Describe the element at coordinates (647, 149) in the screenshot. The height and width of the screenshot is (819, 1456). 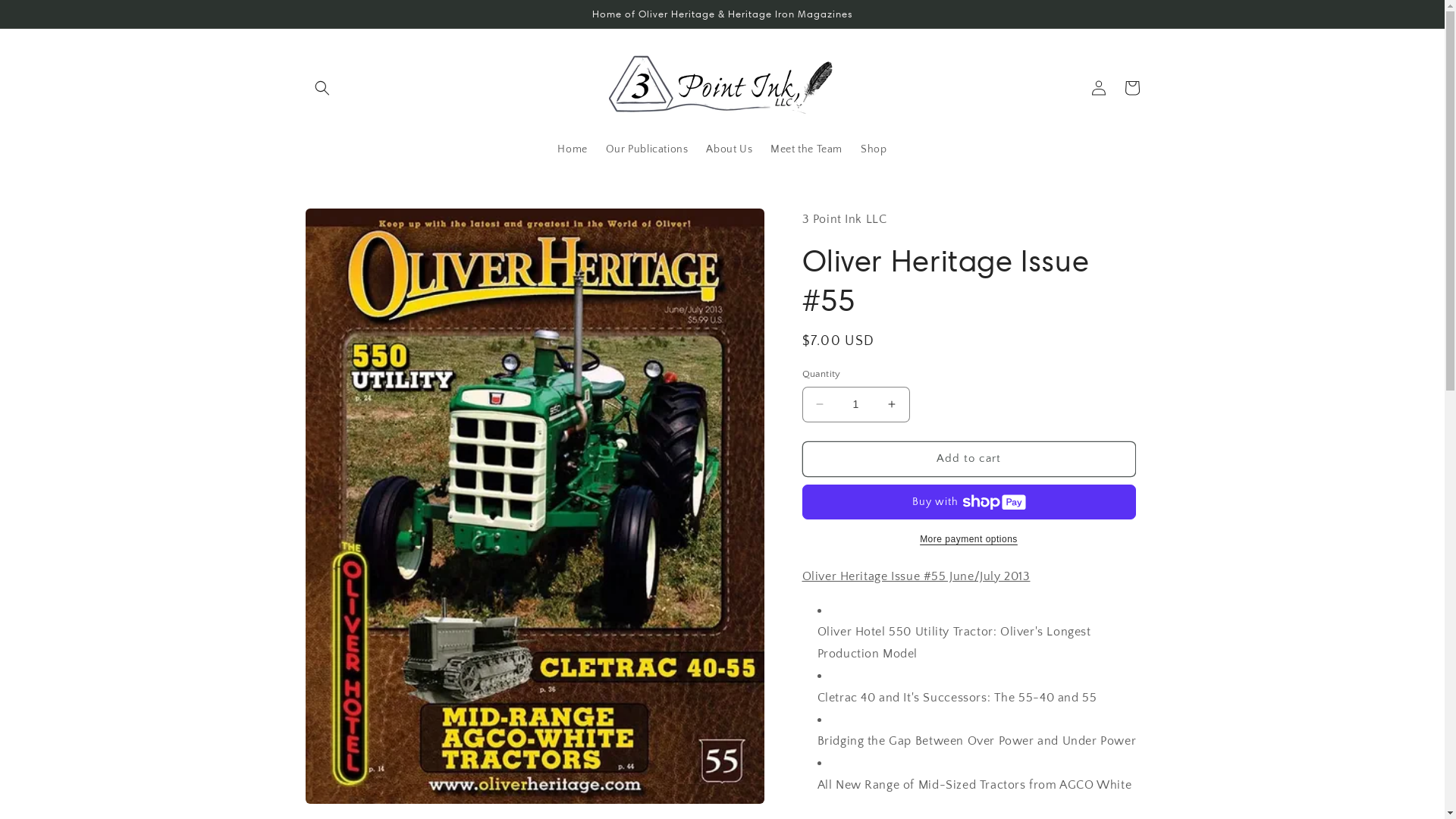
I see `'Our Publications'` at that location.